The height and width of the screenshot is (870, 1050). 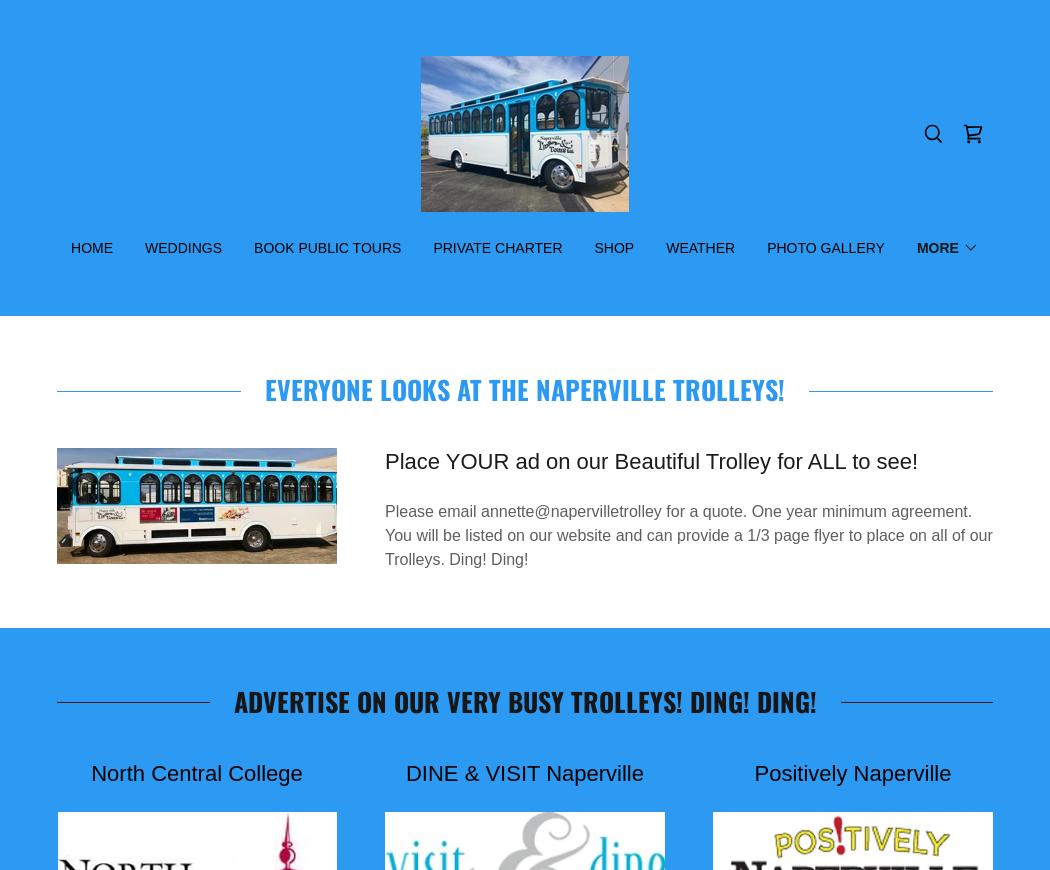 I want to click on 'Home', so click(x=91, y=248).